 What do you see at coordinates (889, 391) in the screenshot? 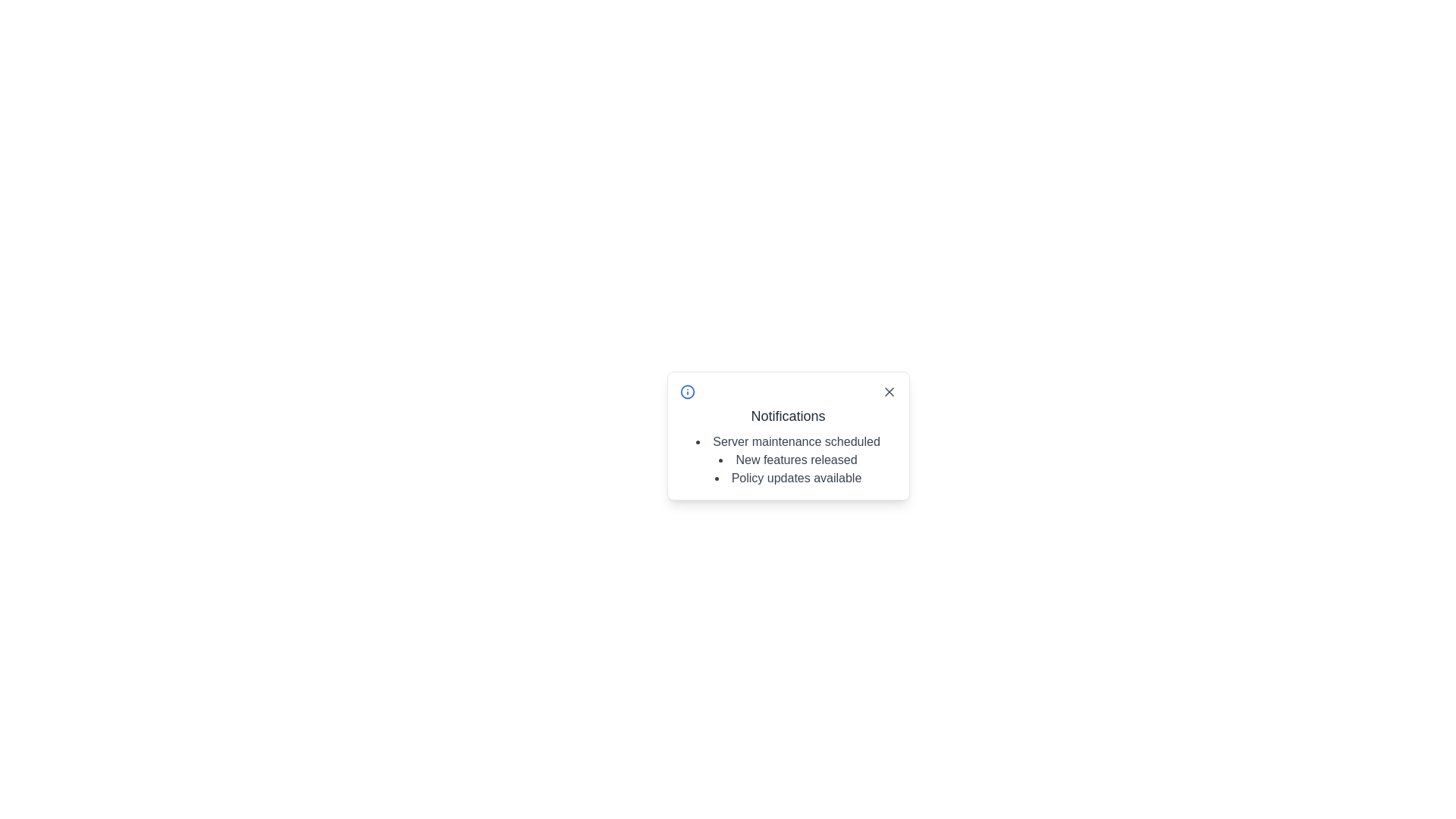
I see `the close button located at the top-right corner of the notification box to change the icon color to red` at bounding box center [889, 391].